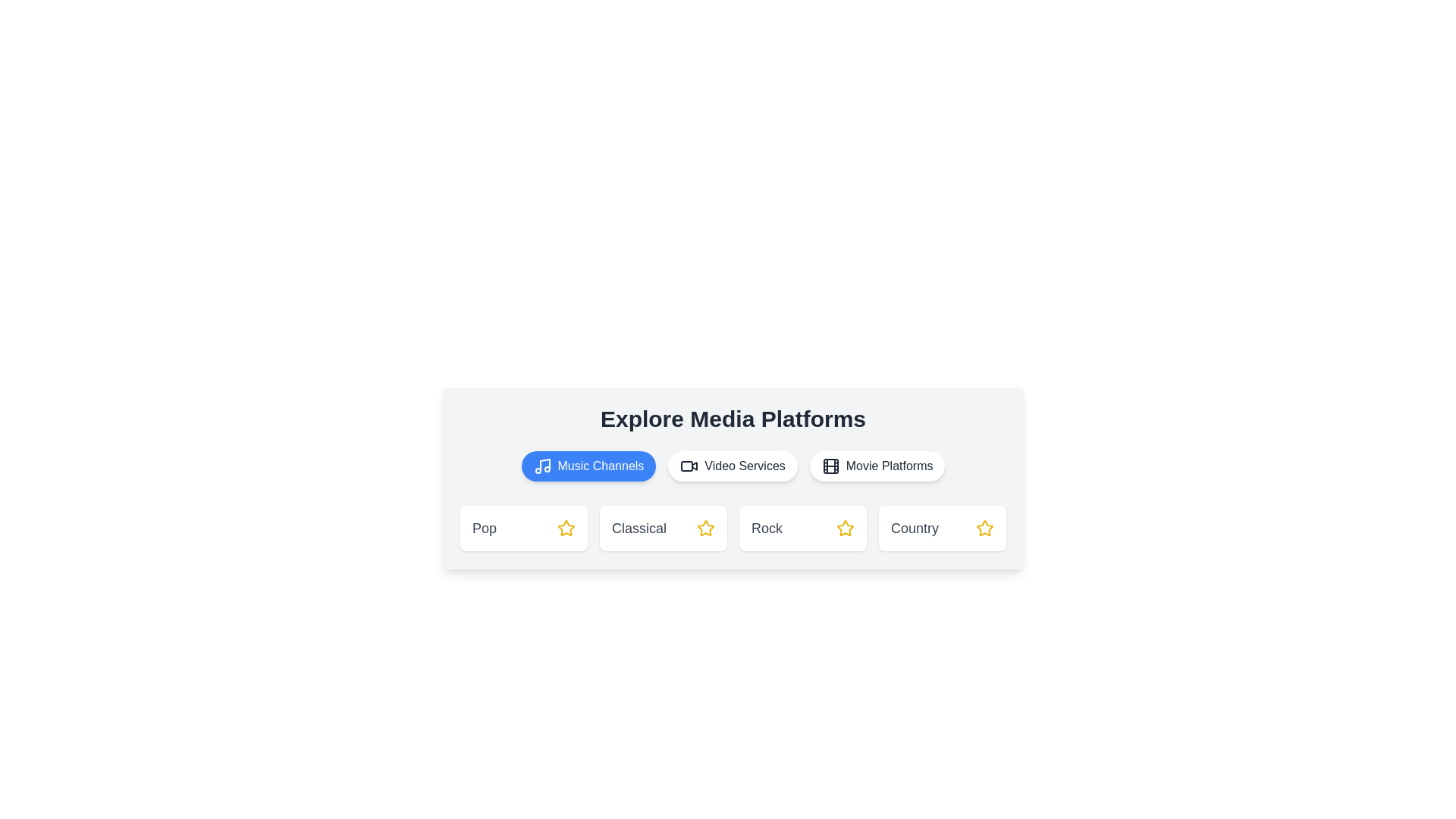  What do you see at coordinates (844, 528) in the screenshot?
I see `the star icon next to the 'Rock' label to indicate preference or rating functionality` at bounding box center [844, 528].